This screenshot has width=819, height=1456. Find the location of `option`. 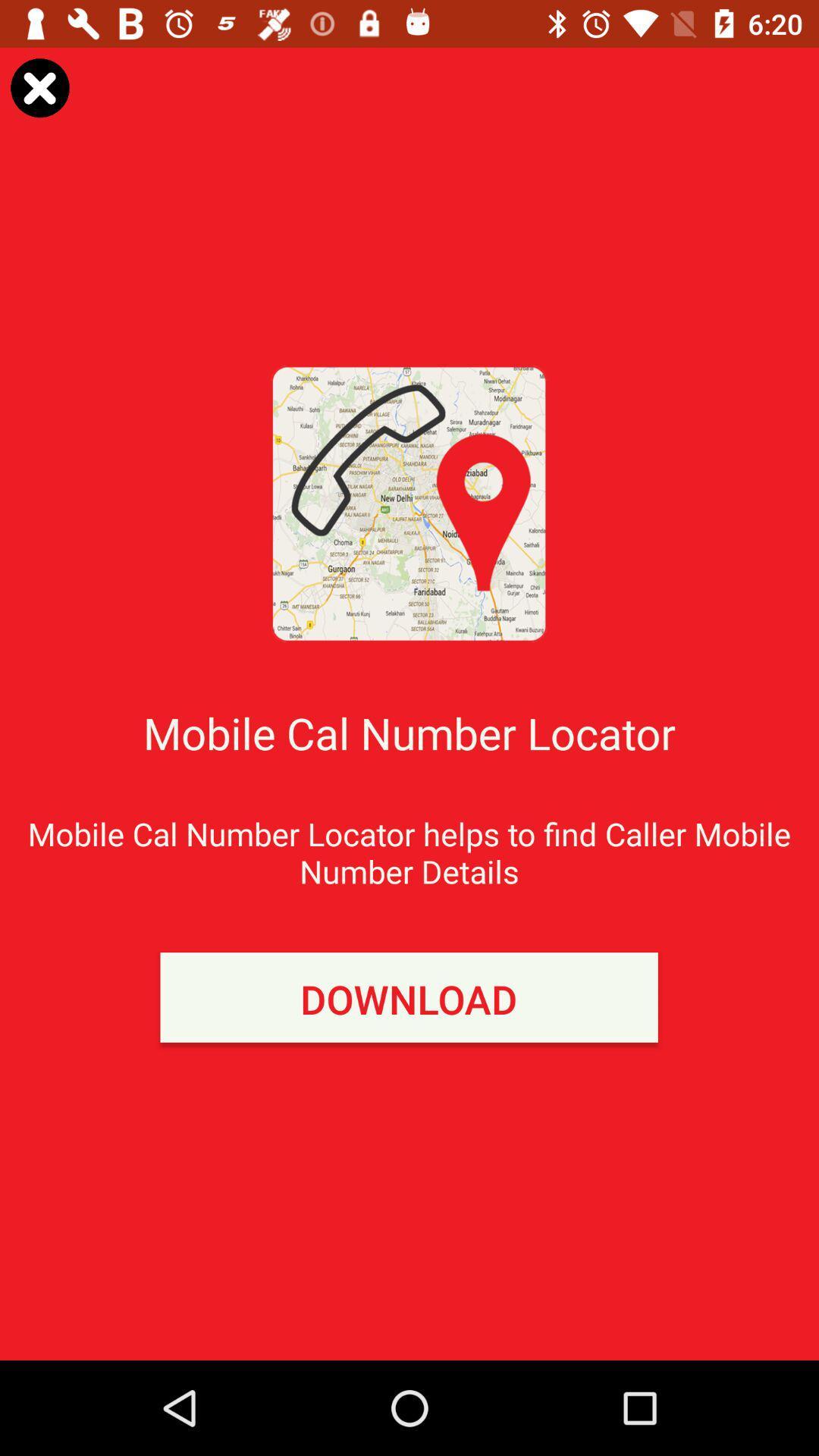

option is located at coordinates (39, 86).